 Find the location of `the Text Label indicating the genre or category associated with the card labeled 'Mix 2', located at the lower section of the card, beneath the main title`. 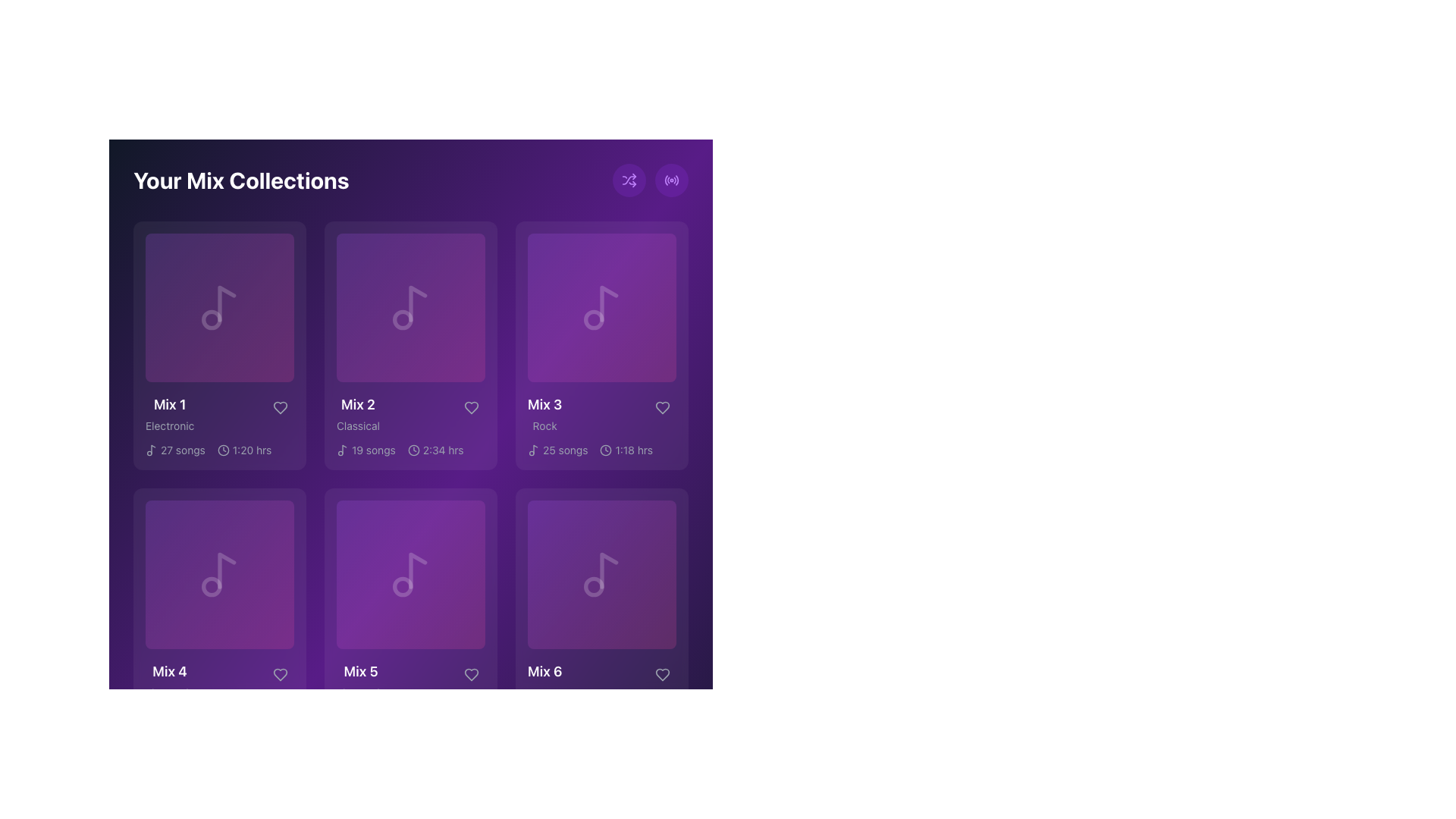

the Text Label indicating the genre or category associated with the card labeled 'Mix 2', located at the lower section of the card, beneath the main title is located at coordinates (357, 426).